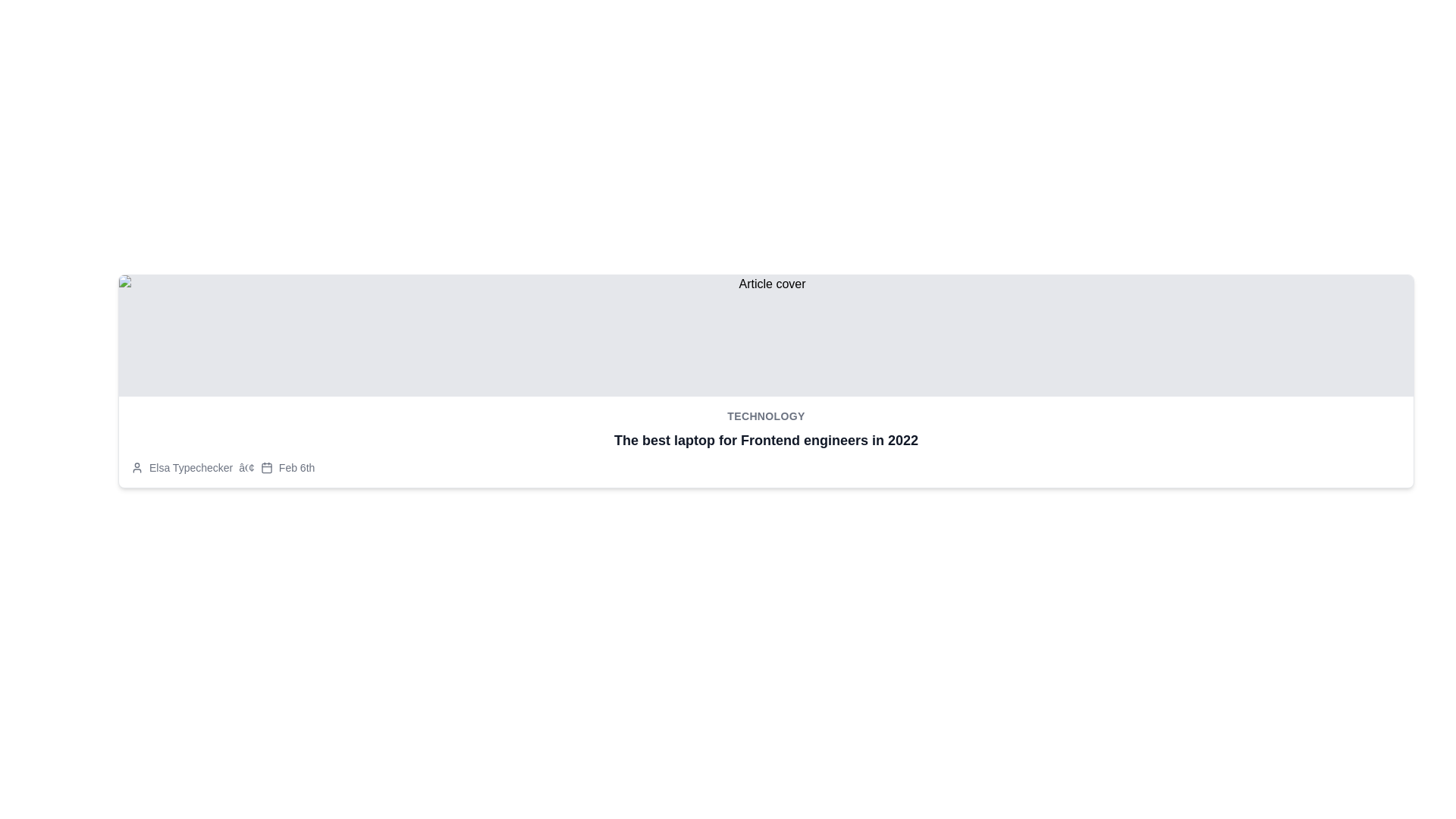  What do you see at coordinates (766, 441) in the screenshot?
I see `the title text block located centrally beneath the 'Technology' heading, just above the metadata information` at bounding box center [766, 441].